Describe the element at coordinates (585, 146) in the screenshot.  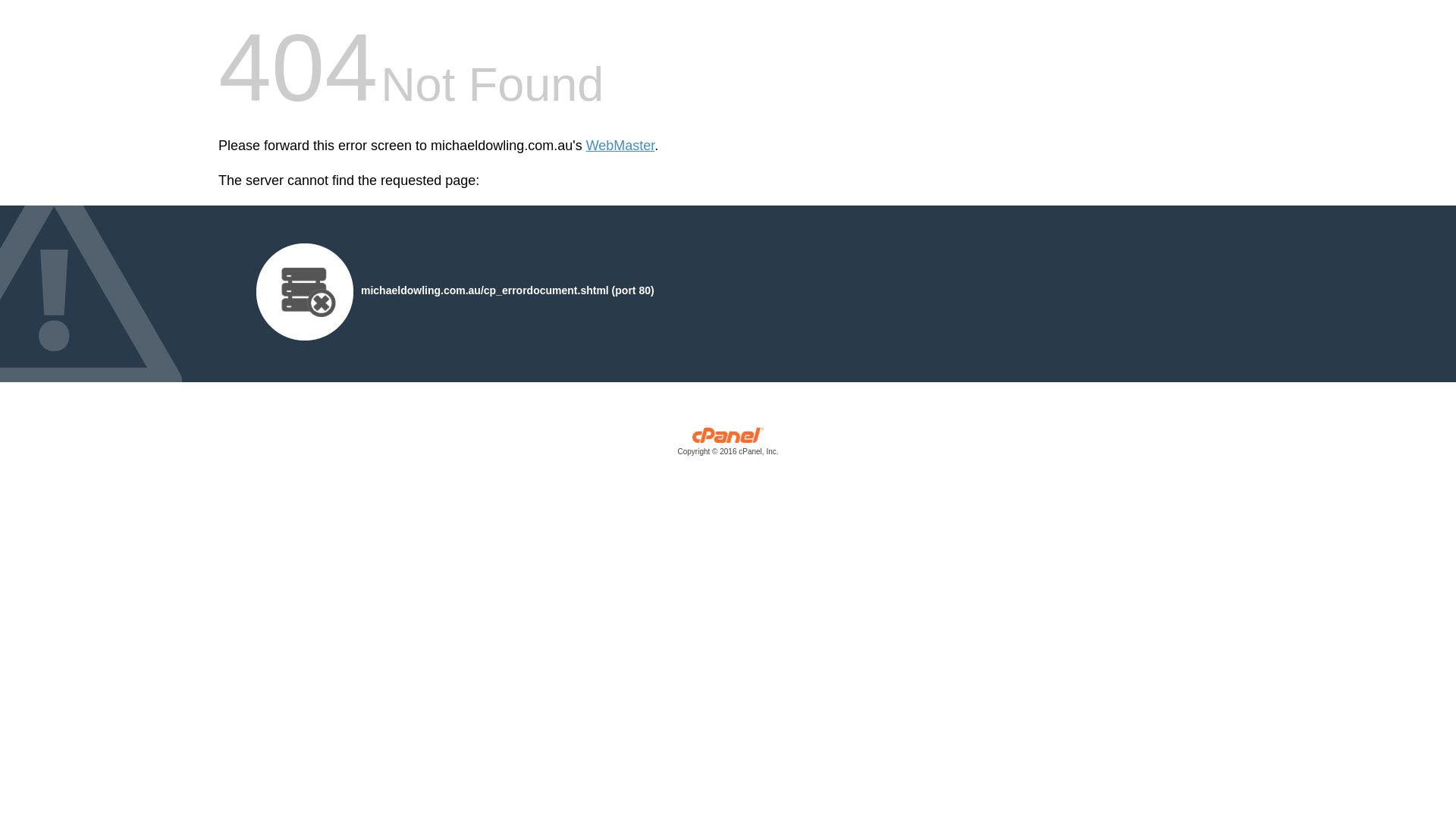
I see `'WebMaster'` at that location.